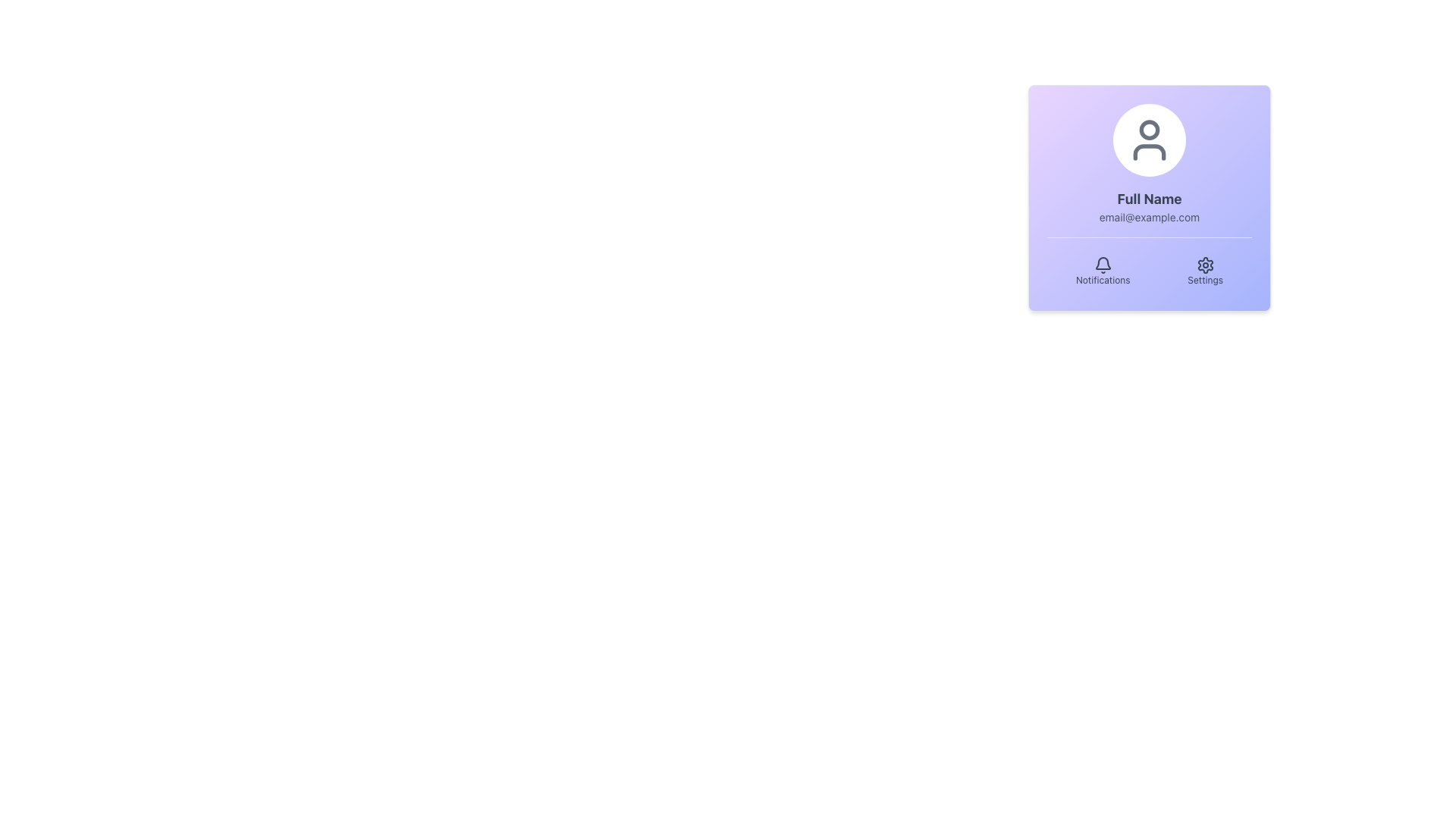 The width and height of the screenshot is (1456, 819). I want to click on text label displaying the full name of the user, located in the center section of the profile card, directly below the user icon, so click(1150, 198).